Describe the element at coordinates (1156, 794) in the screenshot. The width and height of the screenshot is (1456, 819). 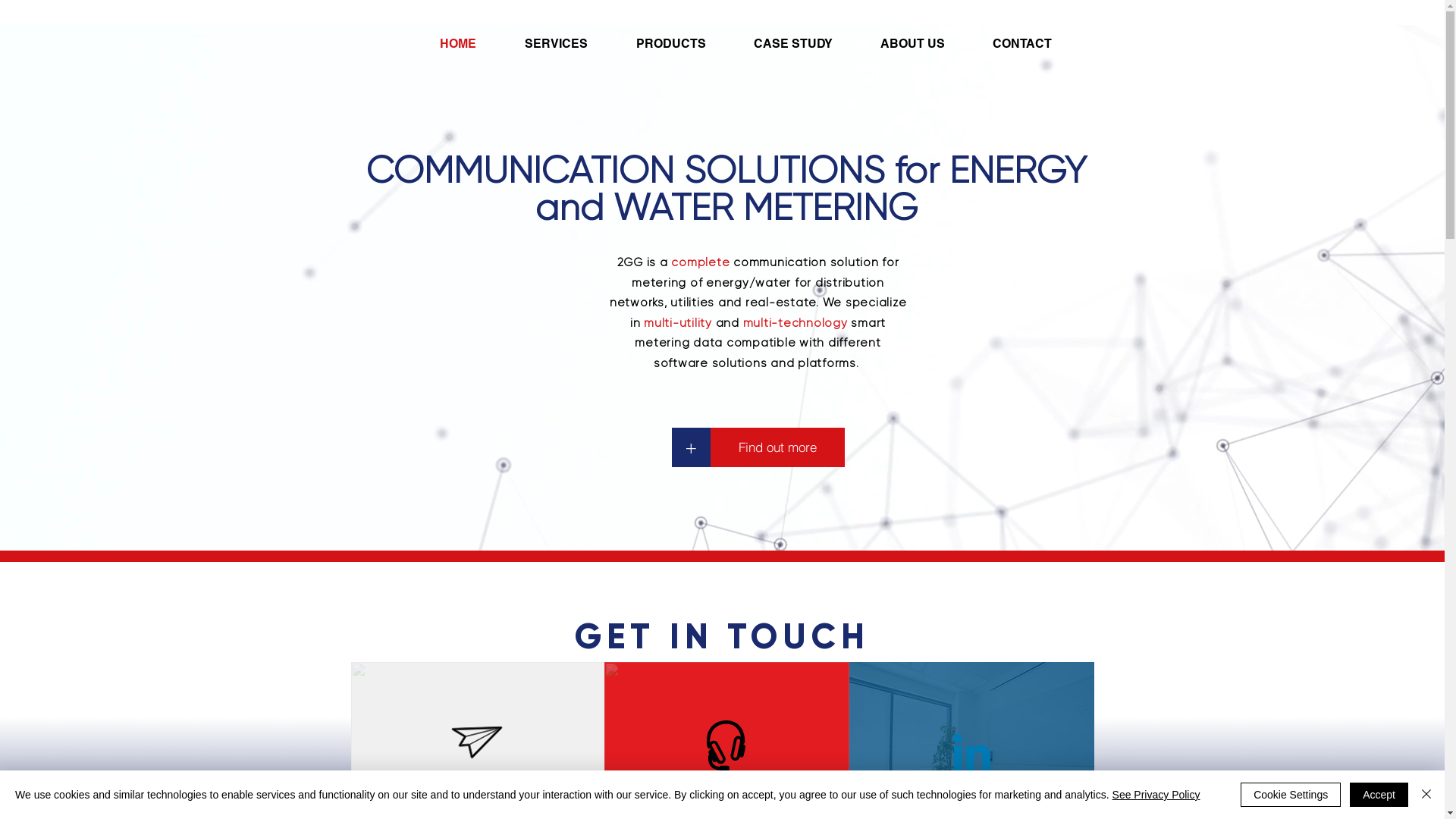
I see `'See Privacy Policy'` at that location.